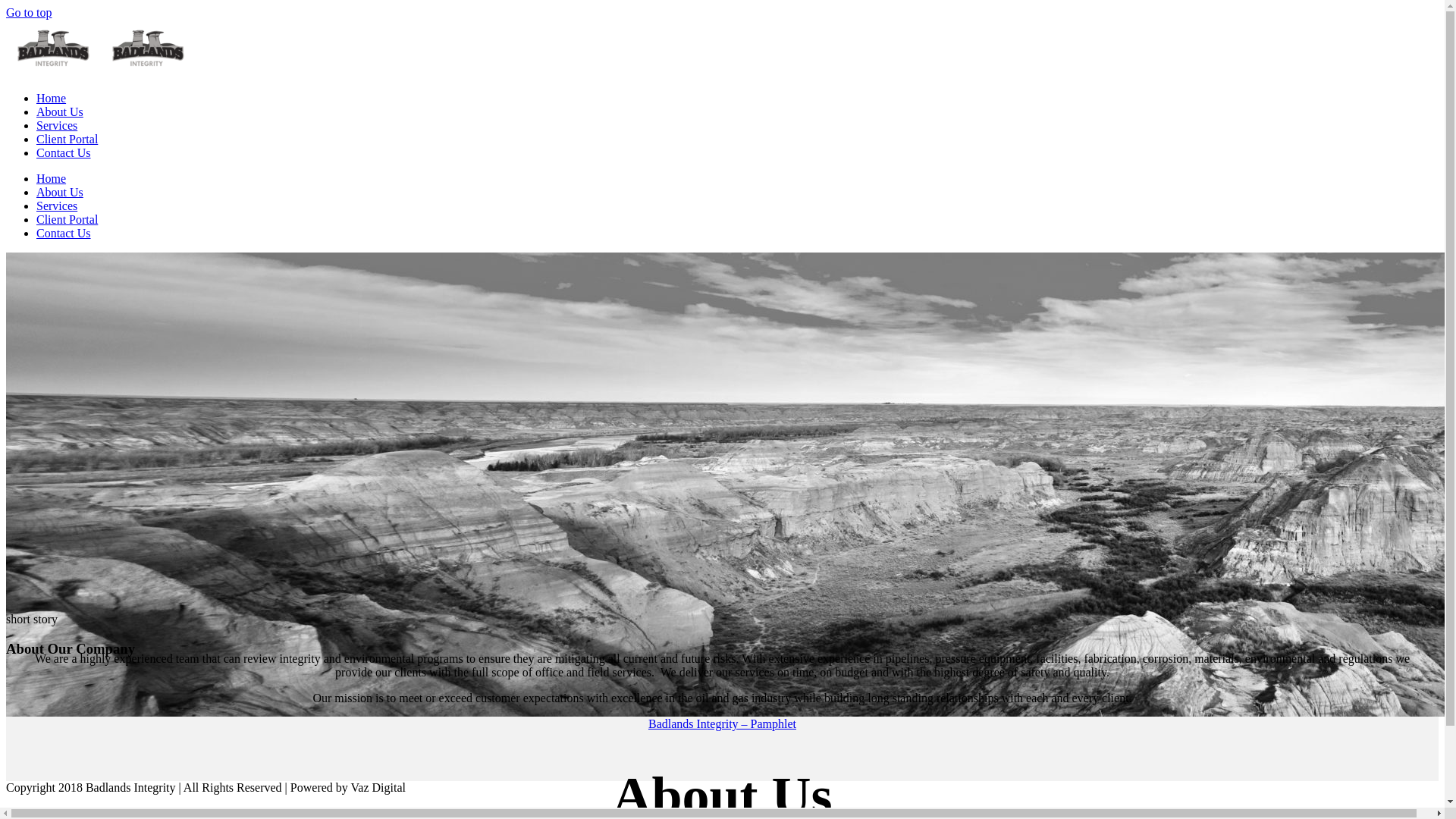 This screenshot has height=819, width=1456. What do you see at coordinates (62, 152) in the screenshot?
I see `'Contact Us'` at bounding box center [62, 152].